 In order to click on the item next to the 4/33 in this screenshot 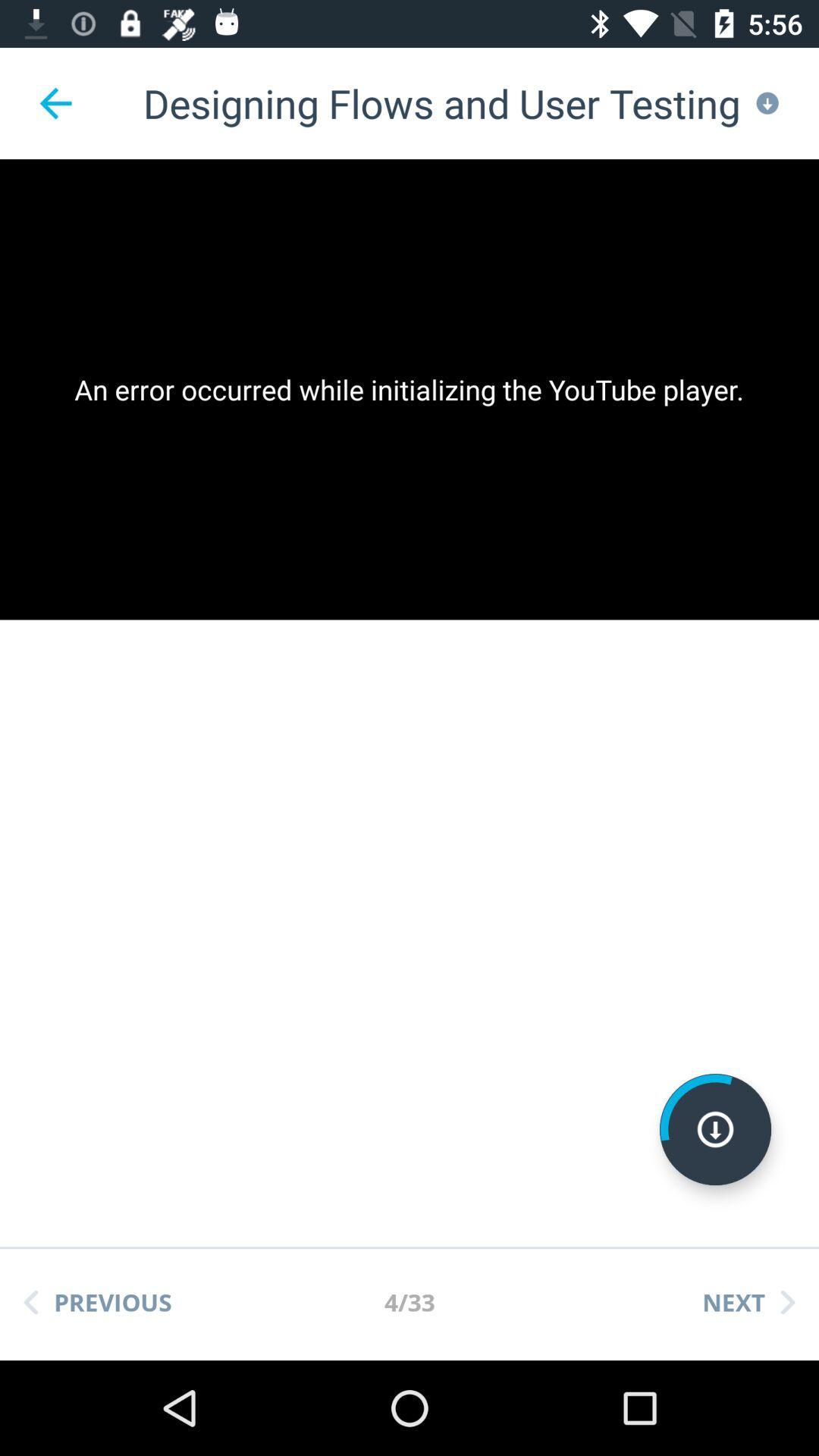, I will do `click(748, 1301)`.